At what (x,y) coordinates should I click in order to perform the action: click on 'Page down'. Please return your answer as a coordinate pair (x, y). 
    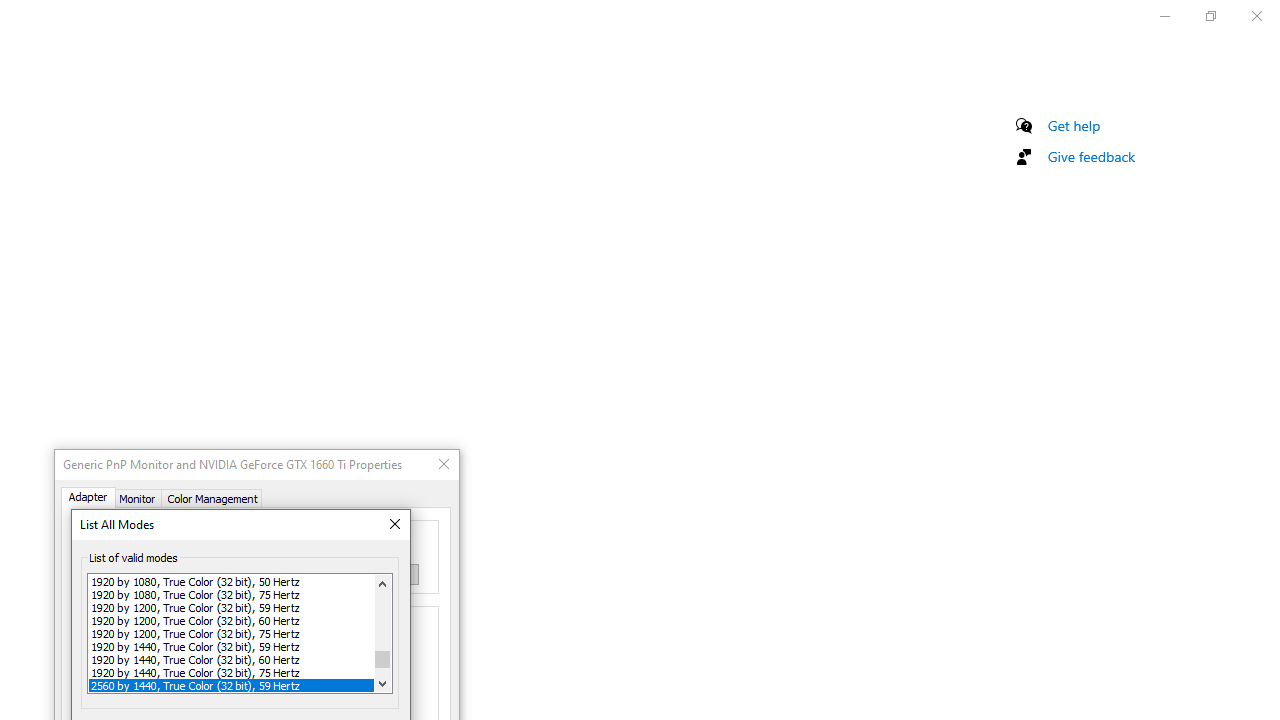
    Looking at the image, I should click on (382, 671).